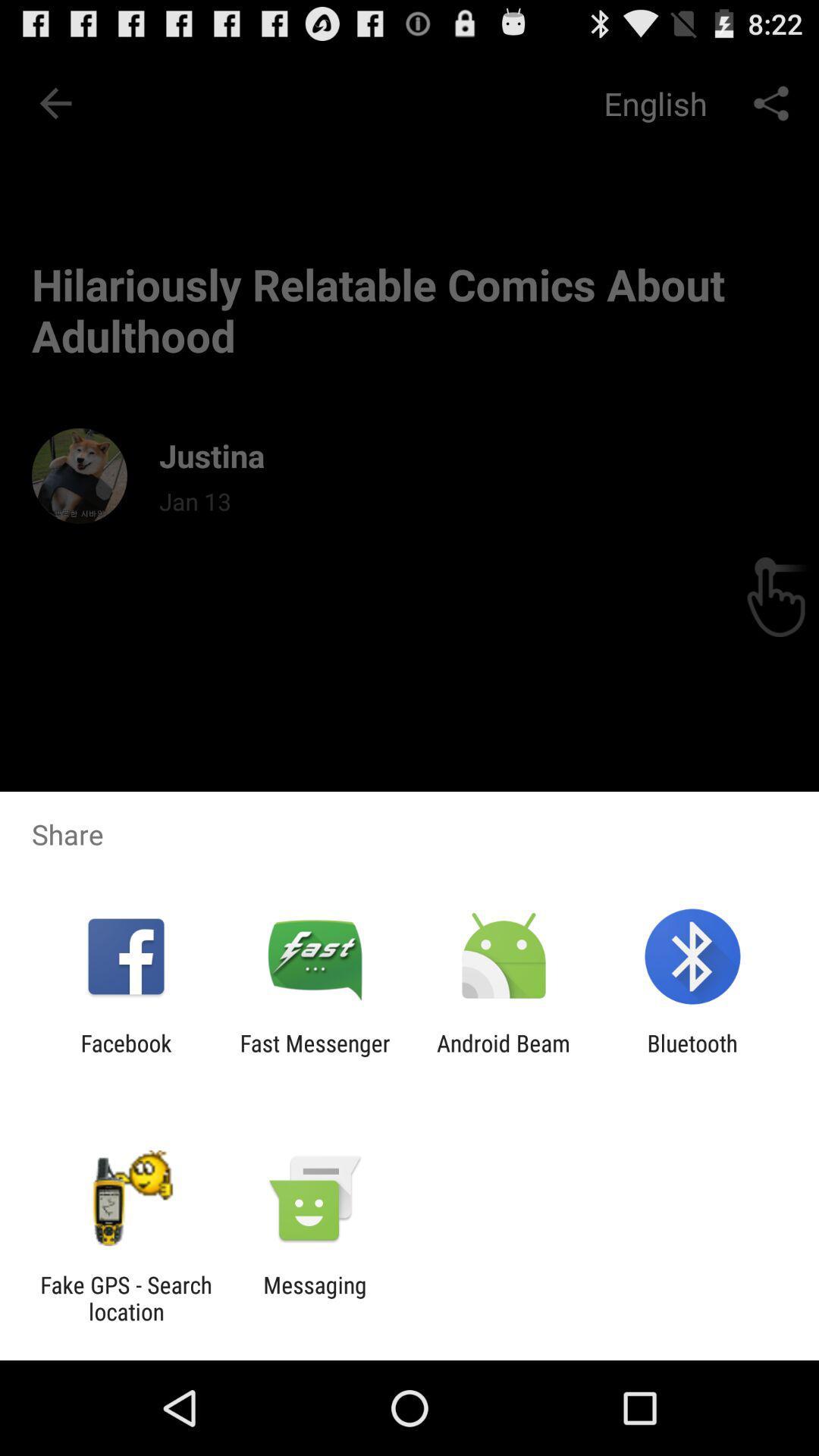  Describe the element at coordinates (692, 1056) in the screenshot. I see `the app at the bottom right corner` at that location.